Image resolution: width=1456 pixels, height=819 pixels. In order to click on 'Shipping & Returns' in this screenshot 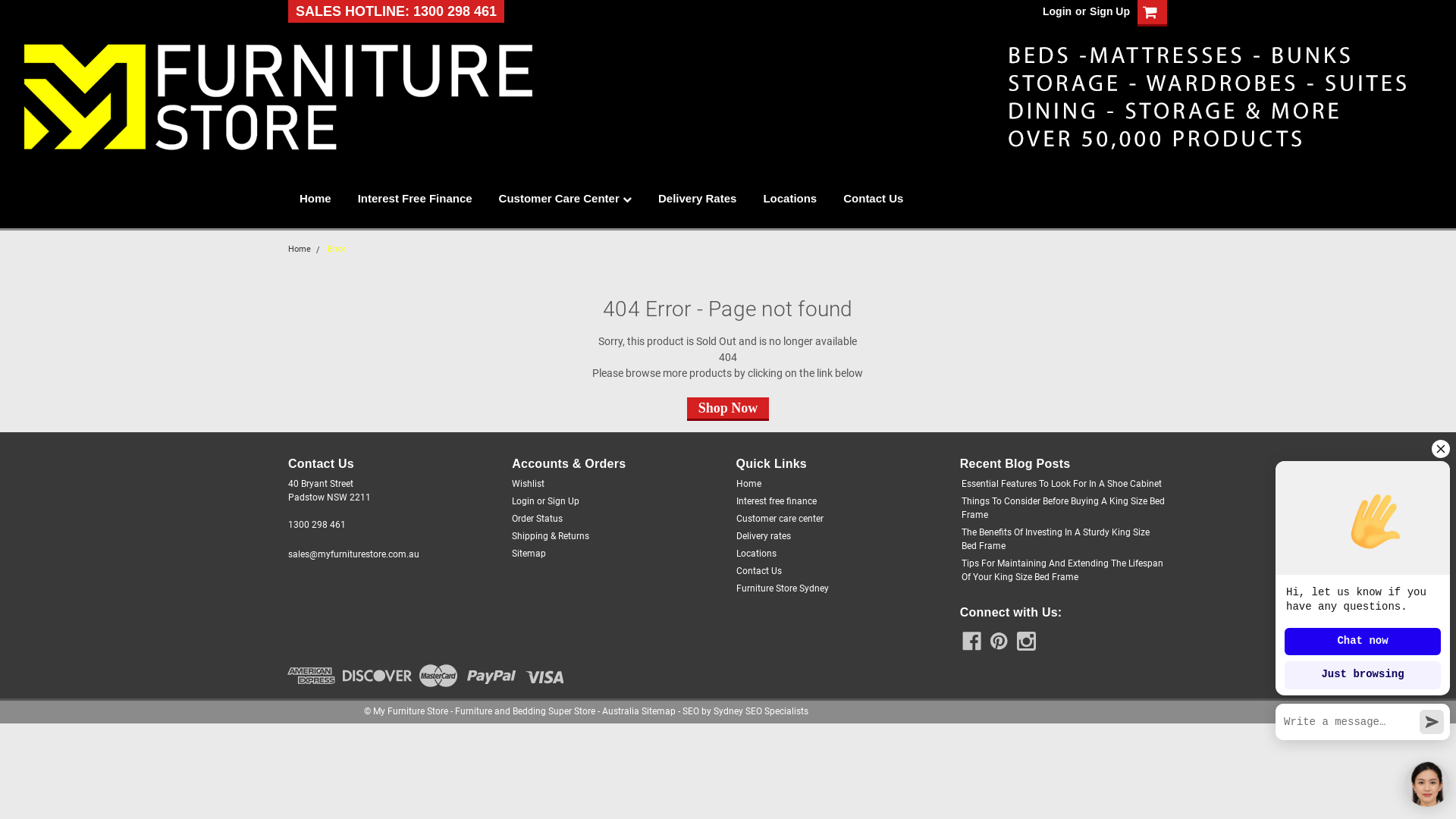, I will do `click(549, 535)`.